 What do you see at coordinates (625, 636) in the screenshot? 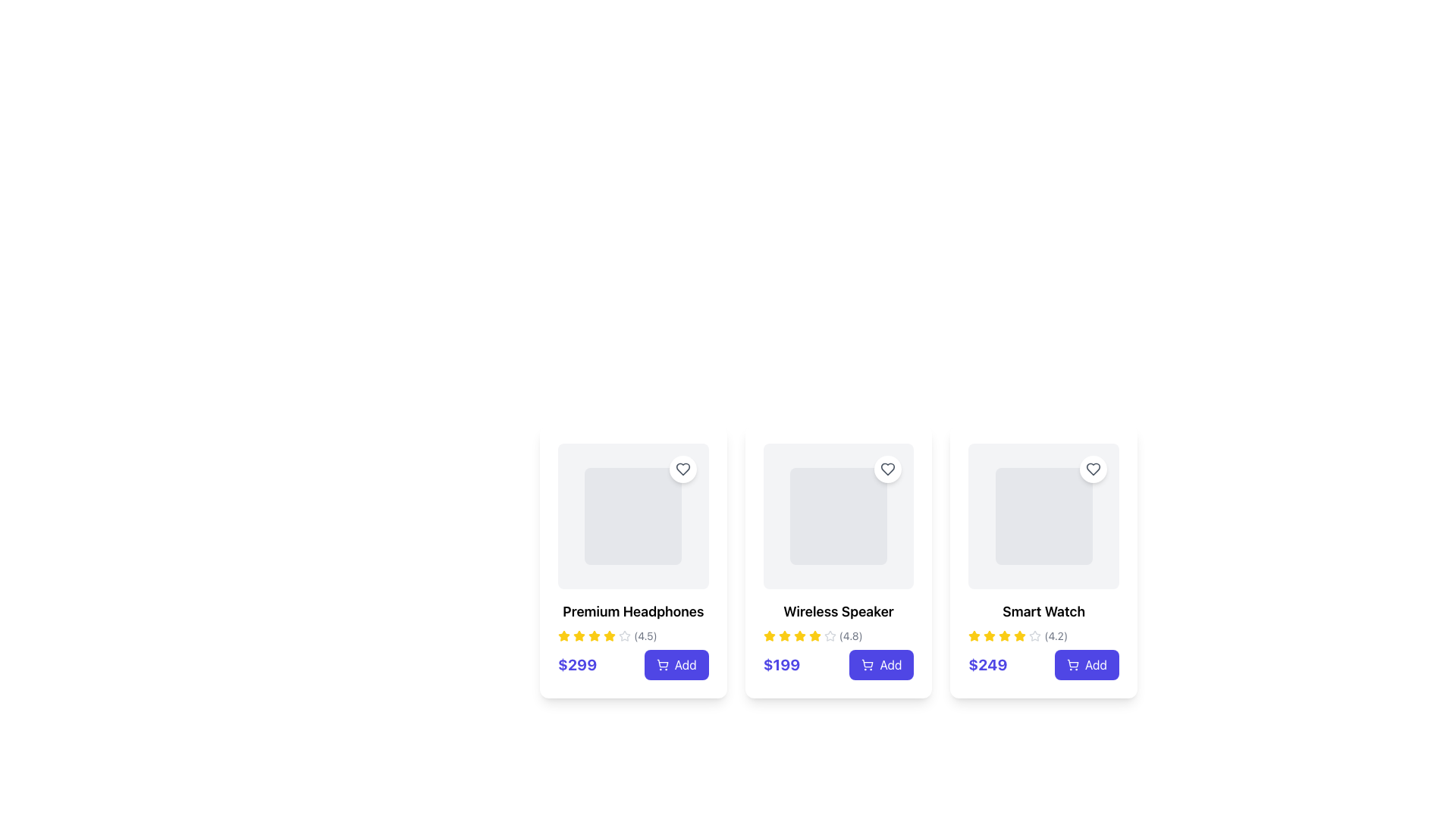
I see `the sixth star icon in the rating system for the 'Premium Headphones' product, which indicates an unselected rating increment` at bounding box center [625, 636].